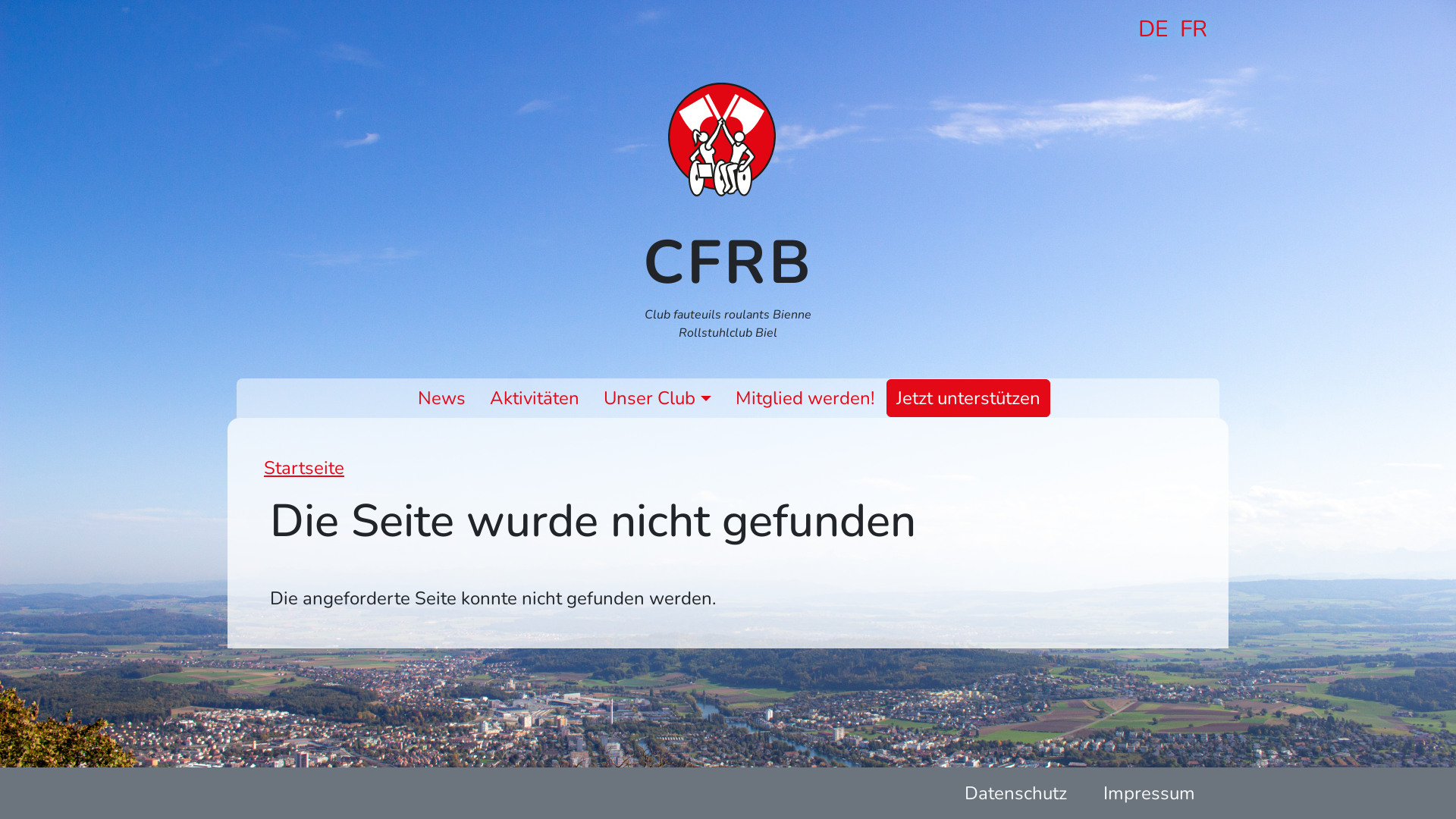  What do you see at coordinates (728, 262) in the screenshot?
I see `'CFRB'` at bounding box center [728, 262].